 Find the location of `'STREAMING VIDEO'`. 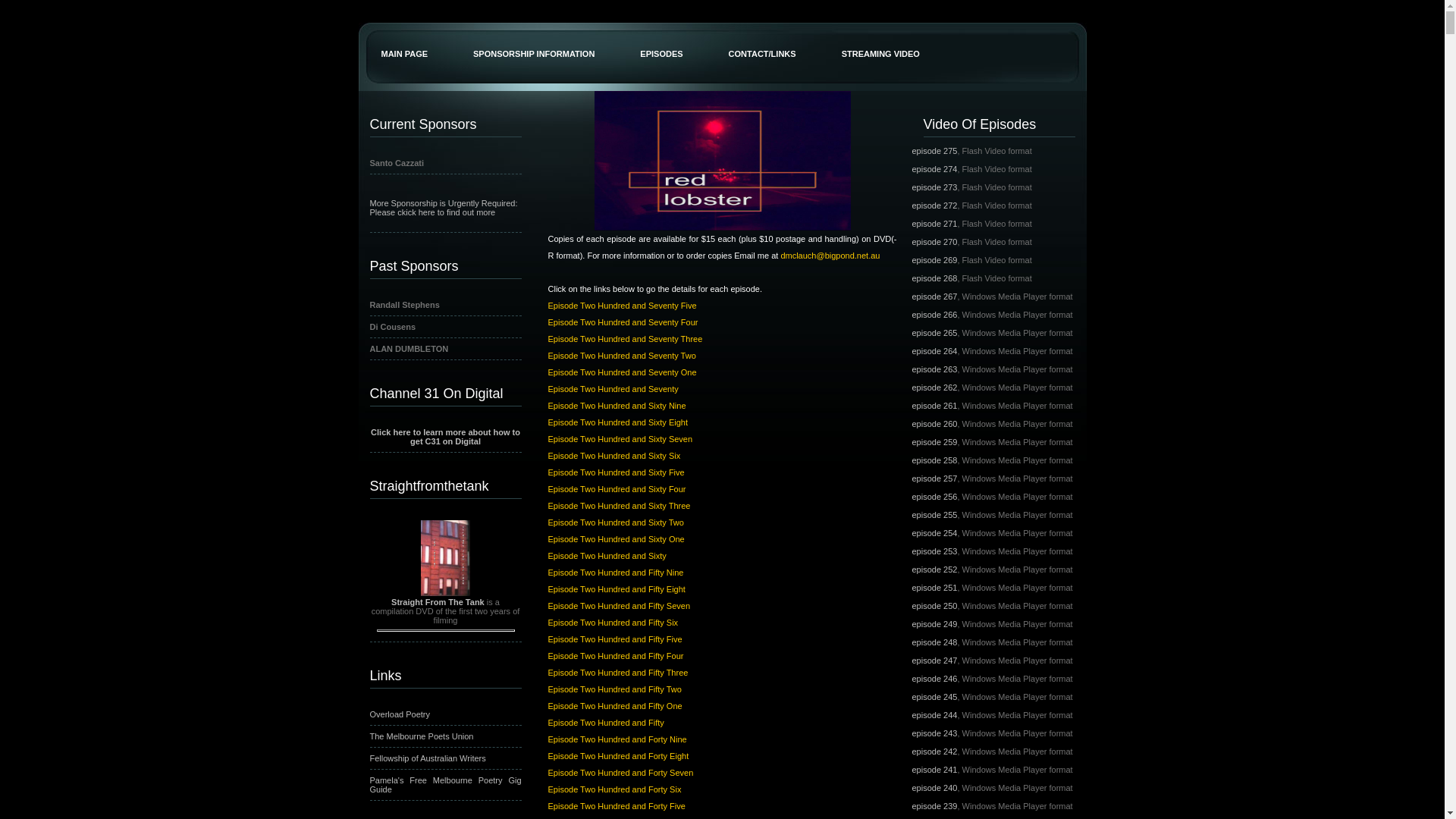

'STREAMING VIDEO' is located at coordinates (880, 37).